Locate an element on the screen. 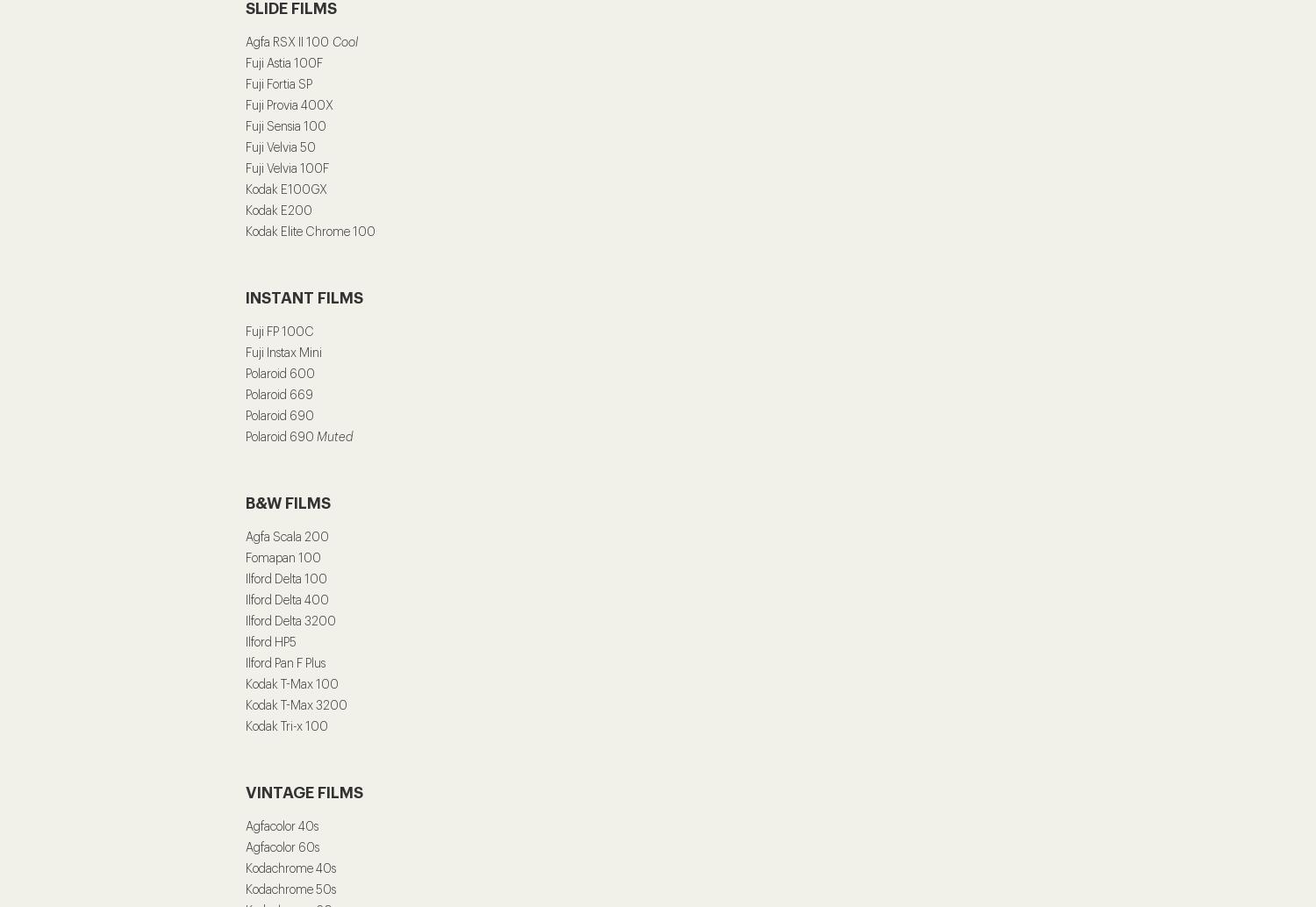  'Agfacolor 60s' is located at coordinates (282, 846).